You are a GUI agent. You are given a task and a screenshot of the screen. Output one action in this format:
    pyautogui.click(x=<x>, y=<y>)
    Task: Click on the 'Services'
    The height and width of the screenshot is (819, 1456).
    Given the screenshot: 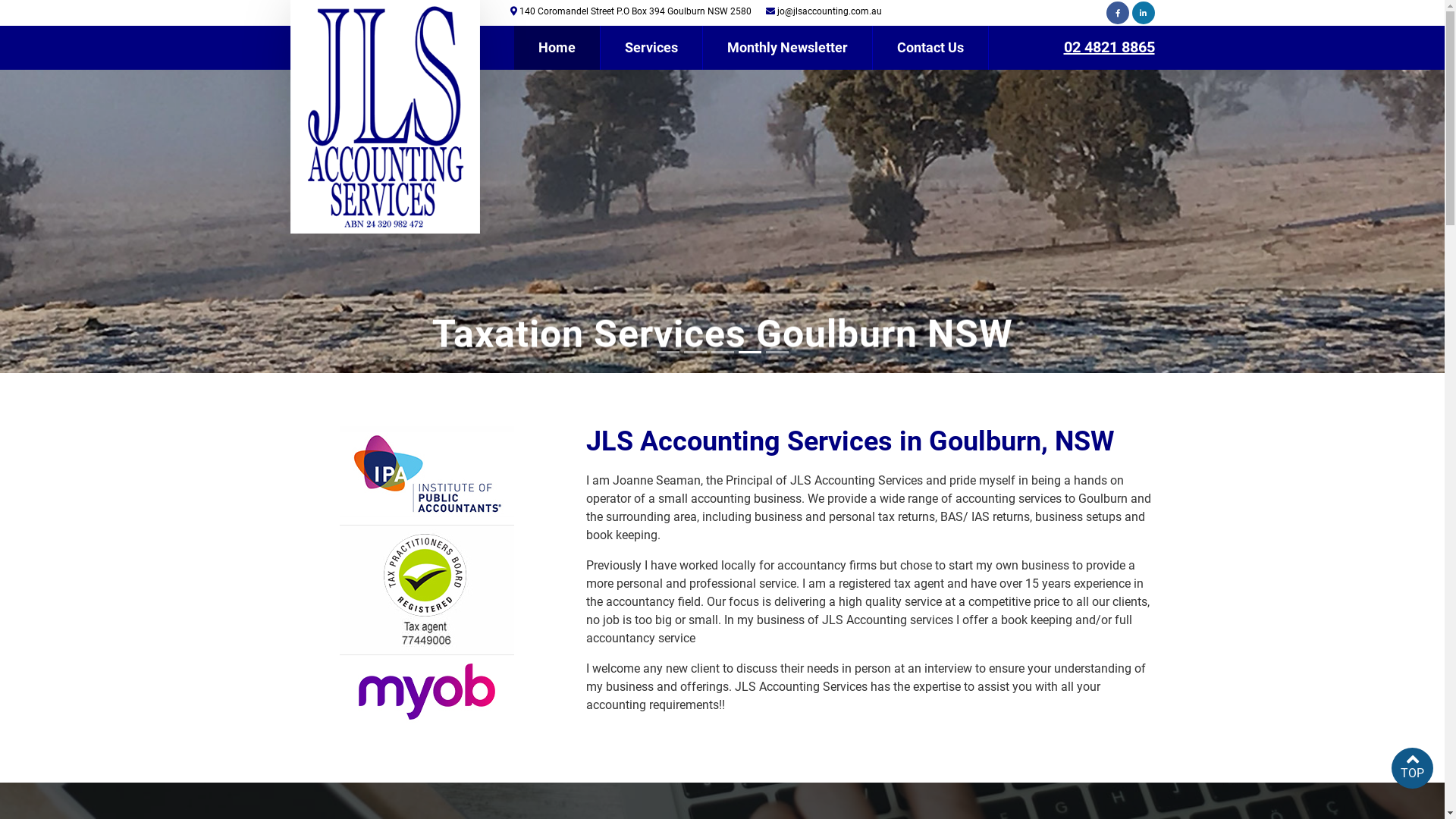 What is the action you would take?
    pyautogui.click(x=651, y=46)
    